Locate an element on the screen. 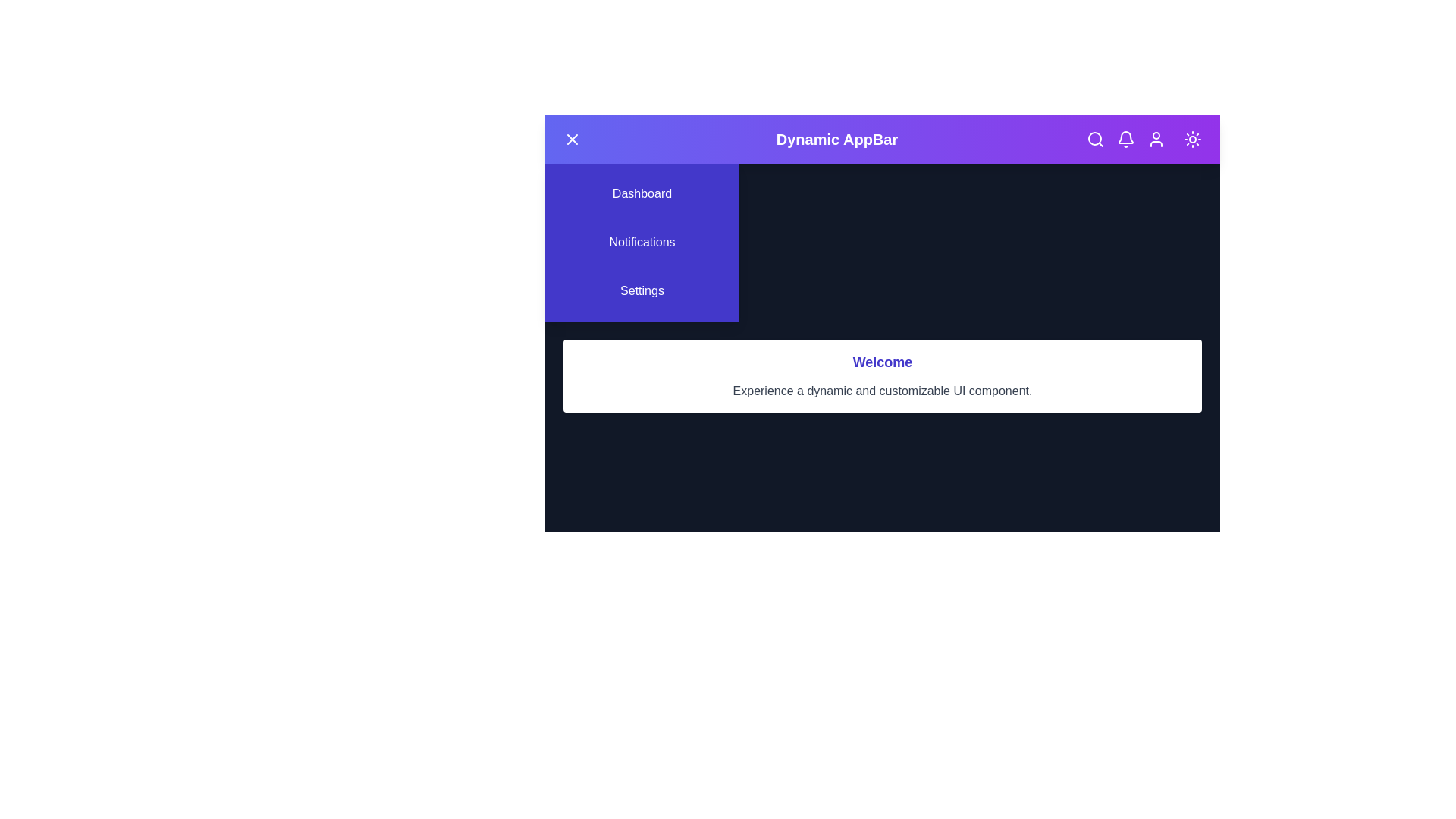 The height and width of the screenshot is (819, 1456). the menu toggle button to toggle the menu open or close is located at coordinates (571, 140).